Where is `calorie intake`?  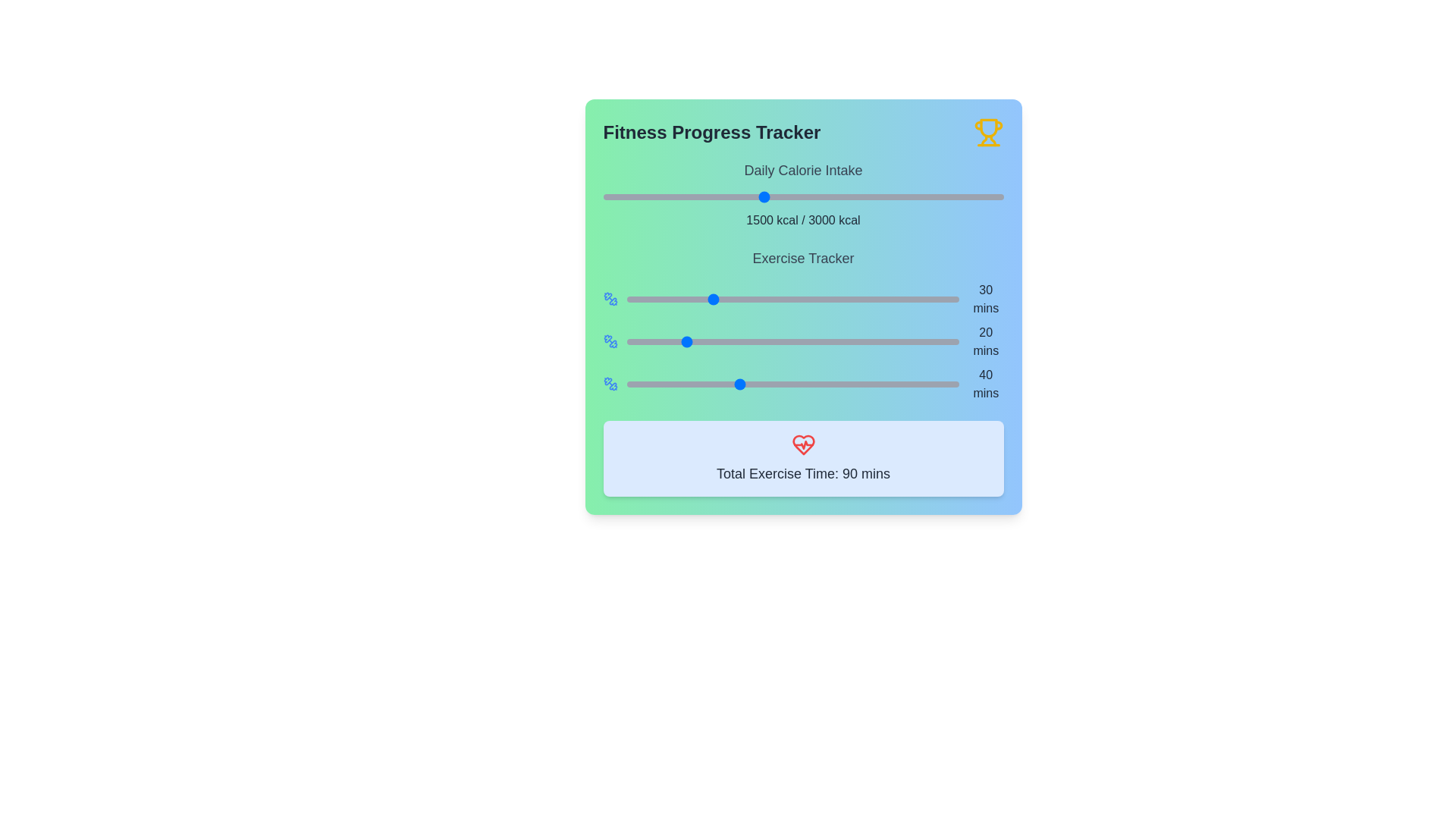
calorie intake is located at coordinates (957, 196).